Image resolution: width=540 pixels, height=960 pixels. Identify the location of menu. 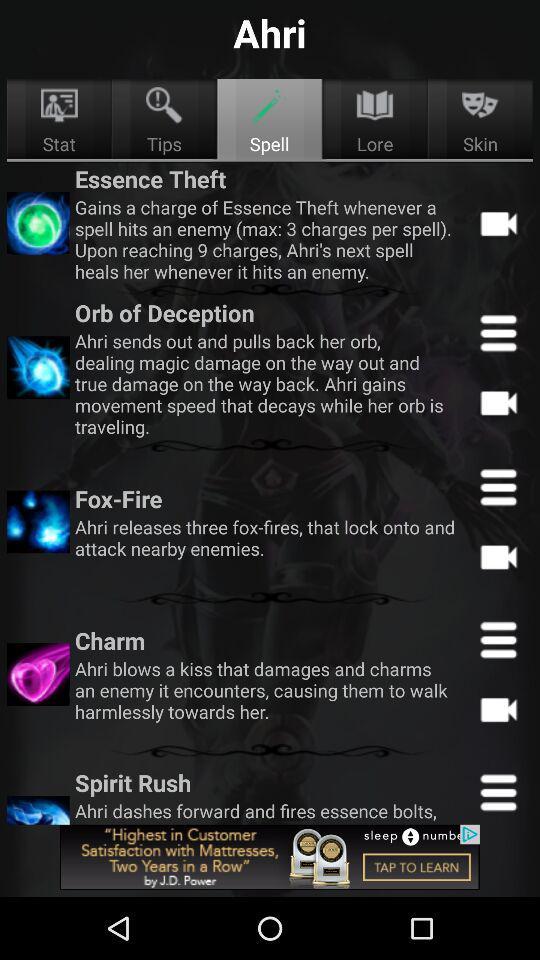
(497, 333).